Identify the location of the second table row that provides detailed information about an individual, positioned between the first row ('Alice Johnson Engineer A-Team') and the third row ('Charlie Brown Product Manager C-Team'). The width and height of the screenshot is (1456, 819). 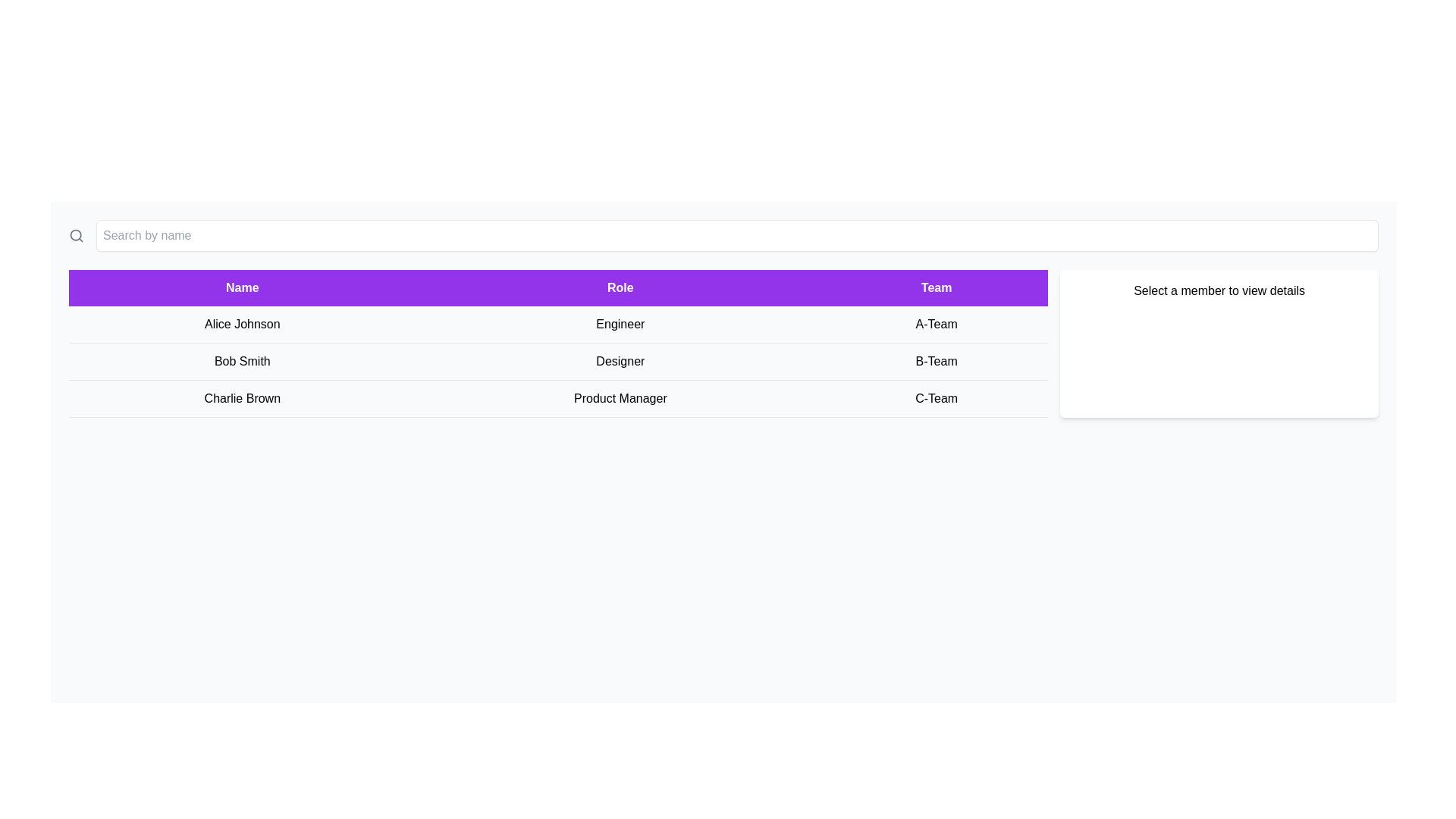
(557, 362).